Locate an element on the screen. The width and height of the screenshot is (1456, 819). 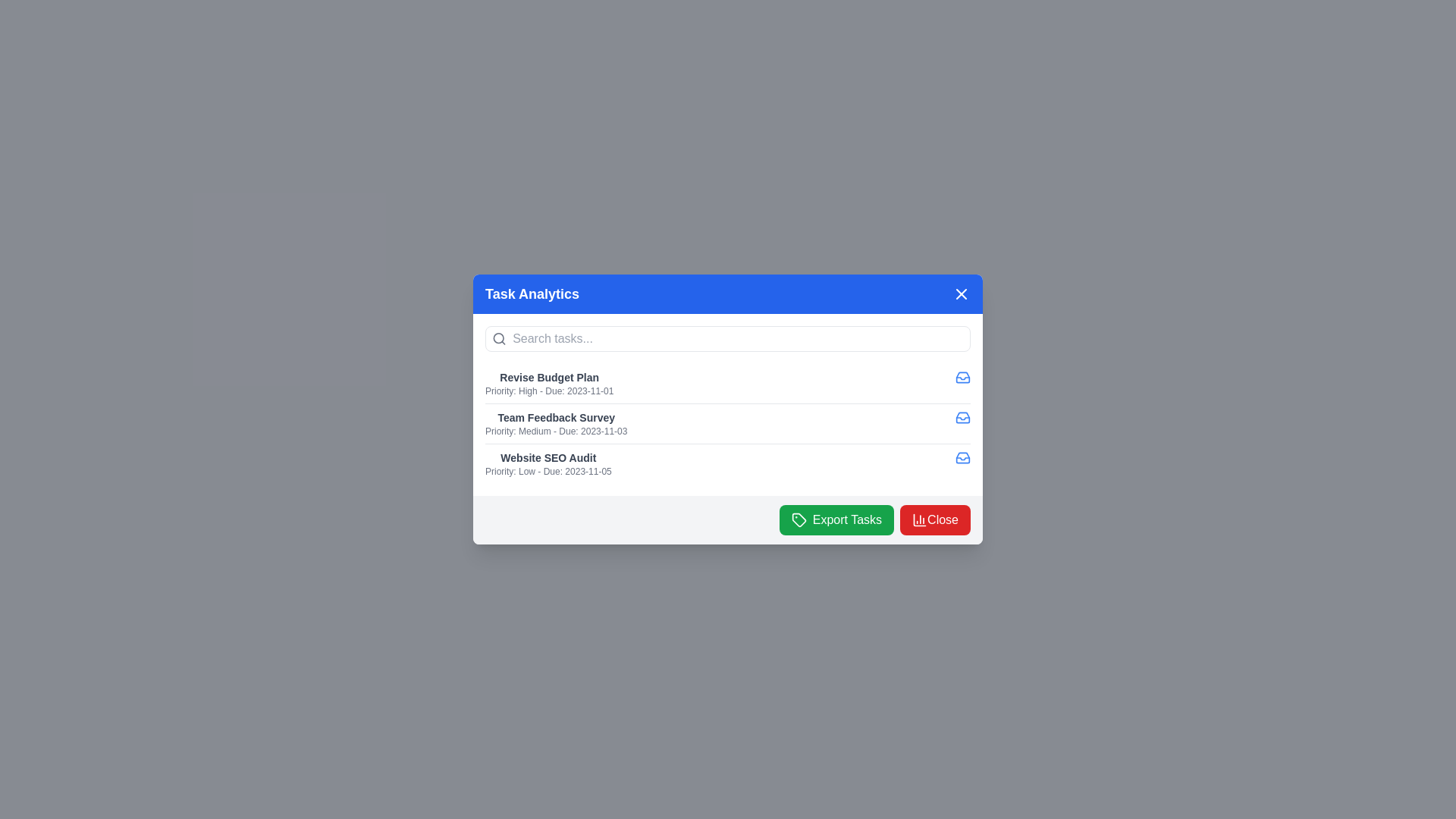
the blue inbox-shaped icon located is located at coordinates (962, 457).